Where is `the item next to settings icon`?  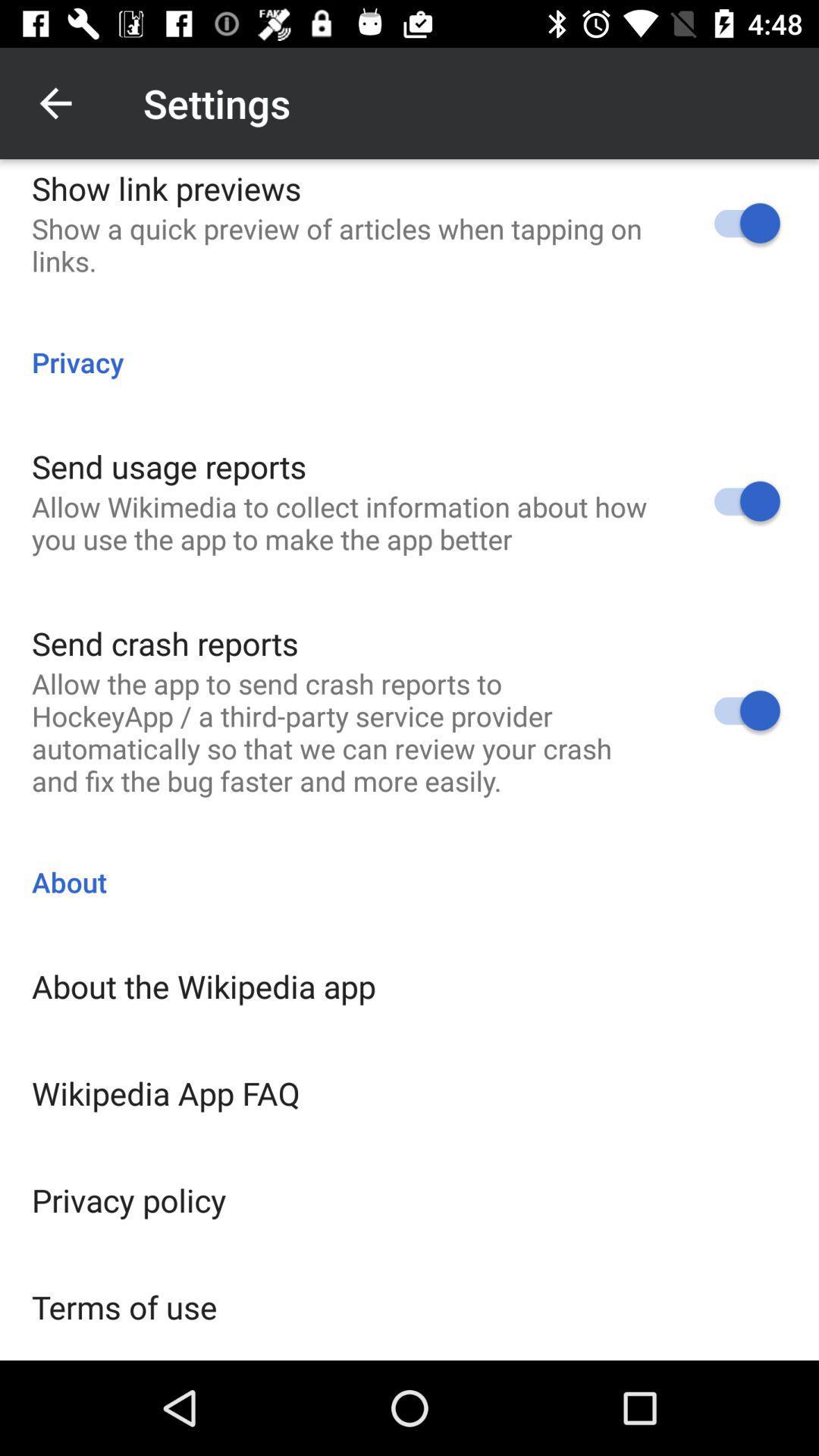
the item next to settings icon is located at coordinates (55, 102).